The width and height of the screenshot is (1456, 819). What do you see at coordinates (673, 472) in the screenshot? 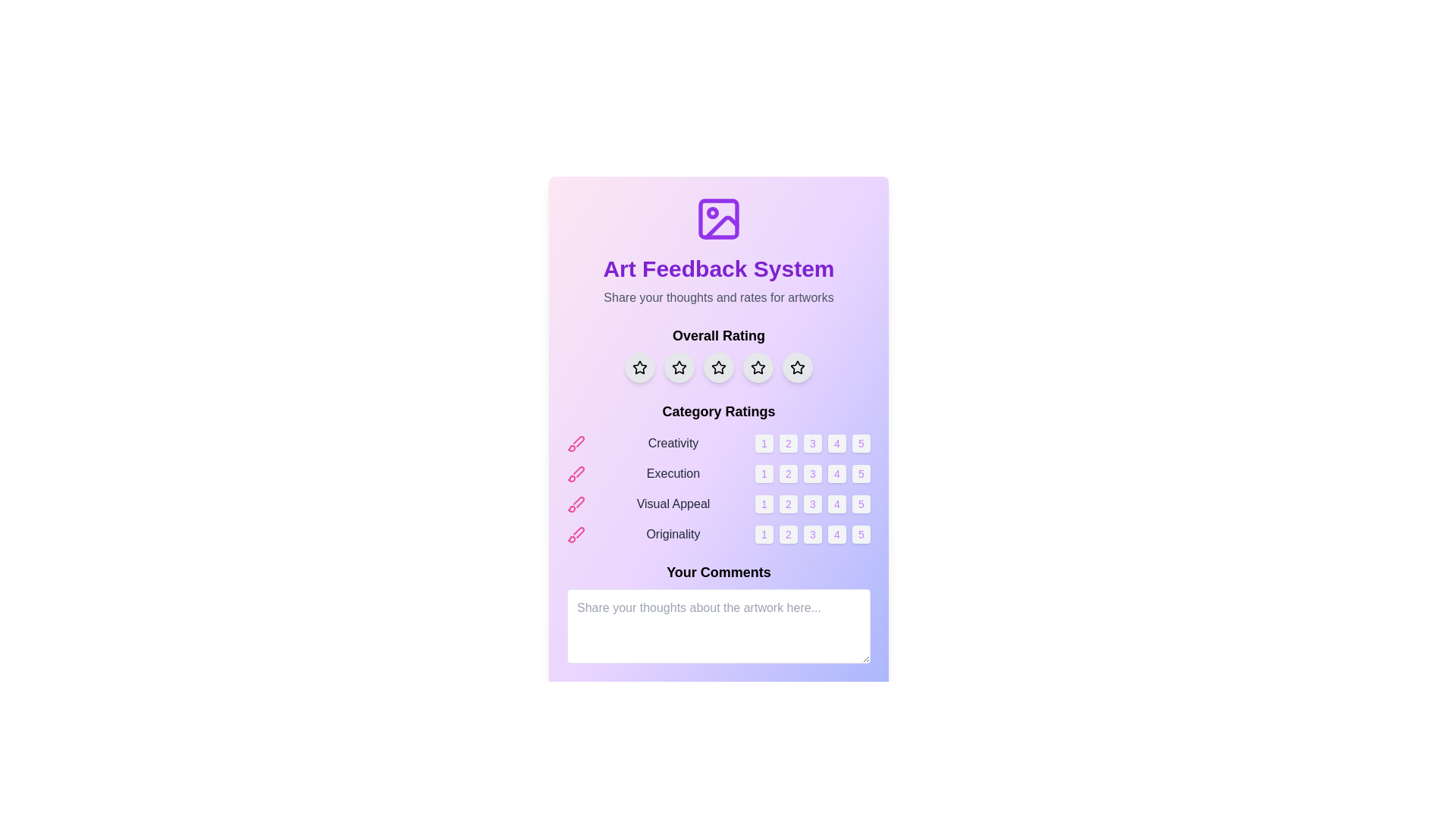
I see `the Text Label reading 'Execution' located under the 'Category Ratings' header, positioned between a pink pencil icon and rating numbers from 1 to 5` at bounding box center [673, 472].